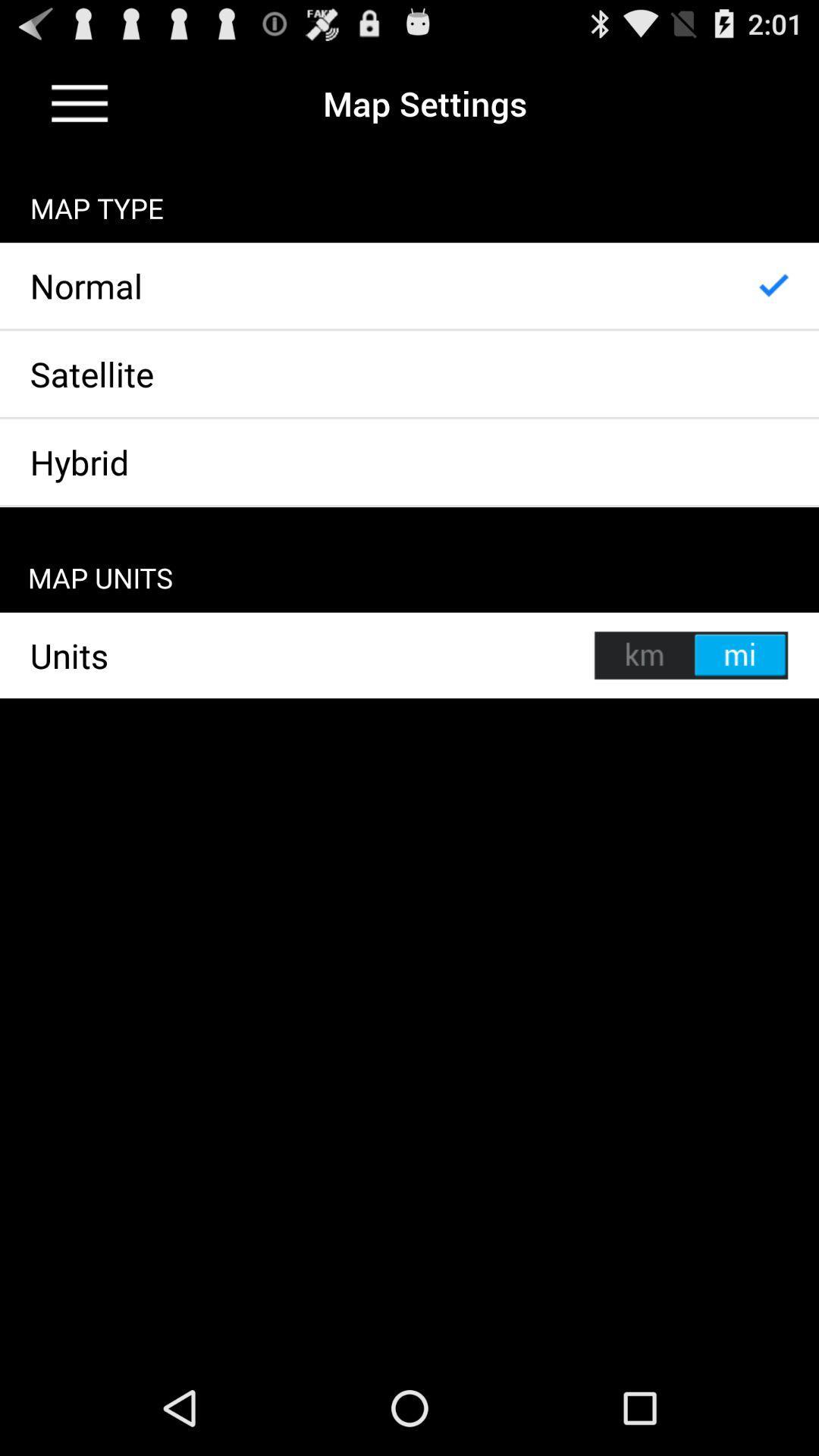 This screenshot has width=819, height=1456. Describe the element at coordinates (80, 102) in the screenshot. I see `dropdown menu` at that location.